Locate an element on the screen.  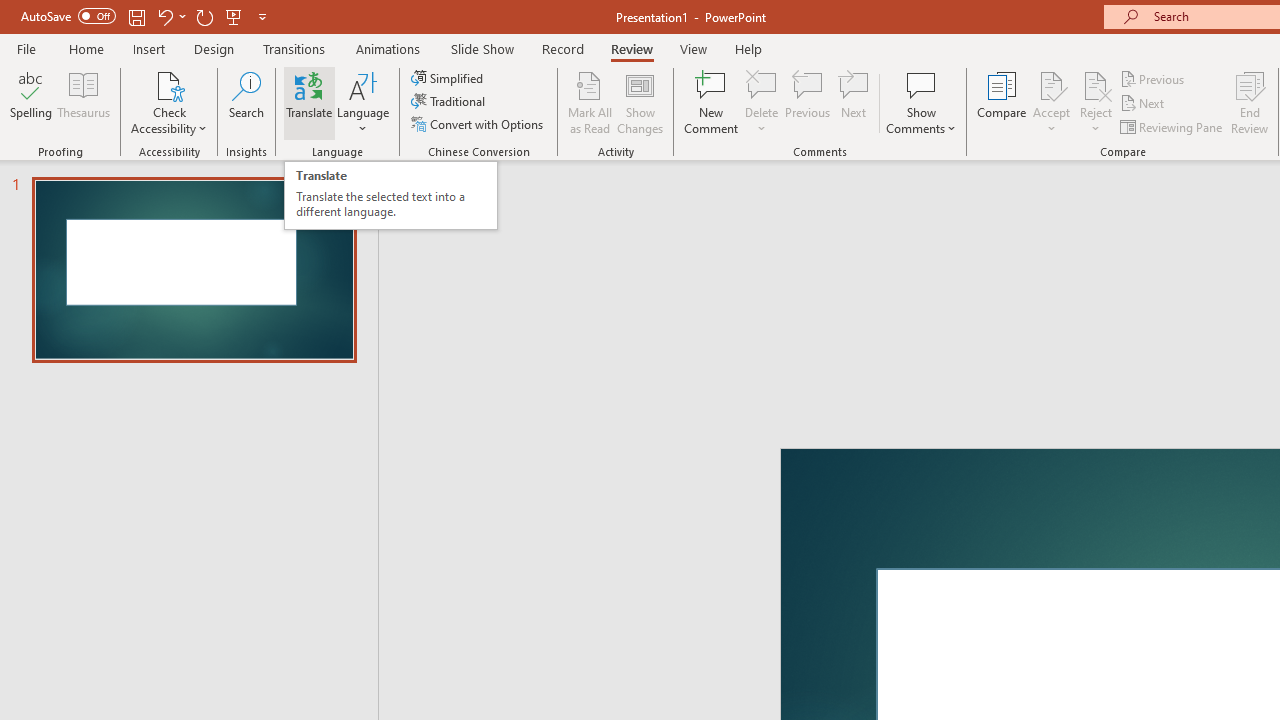
'Traditional' is located at coordinates (448, 101).